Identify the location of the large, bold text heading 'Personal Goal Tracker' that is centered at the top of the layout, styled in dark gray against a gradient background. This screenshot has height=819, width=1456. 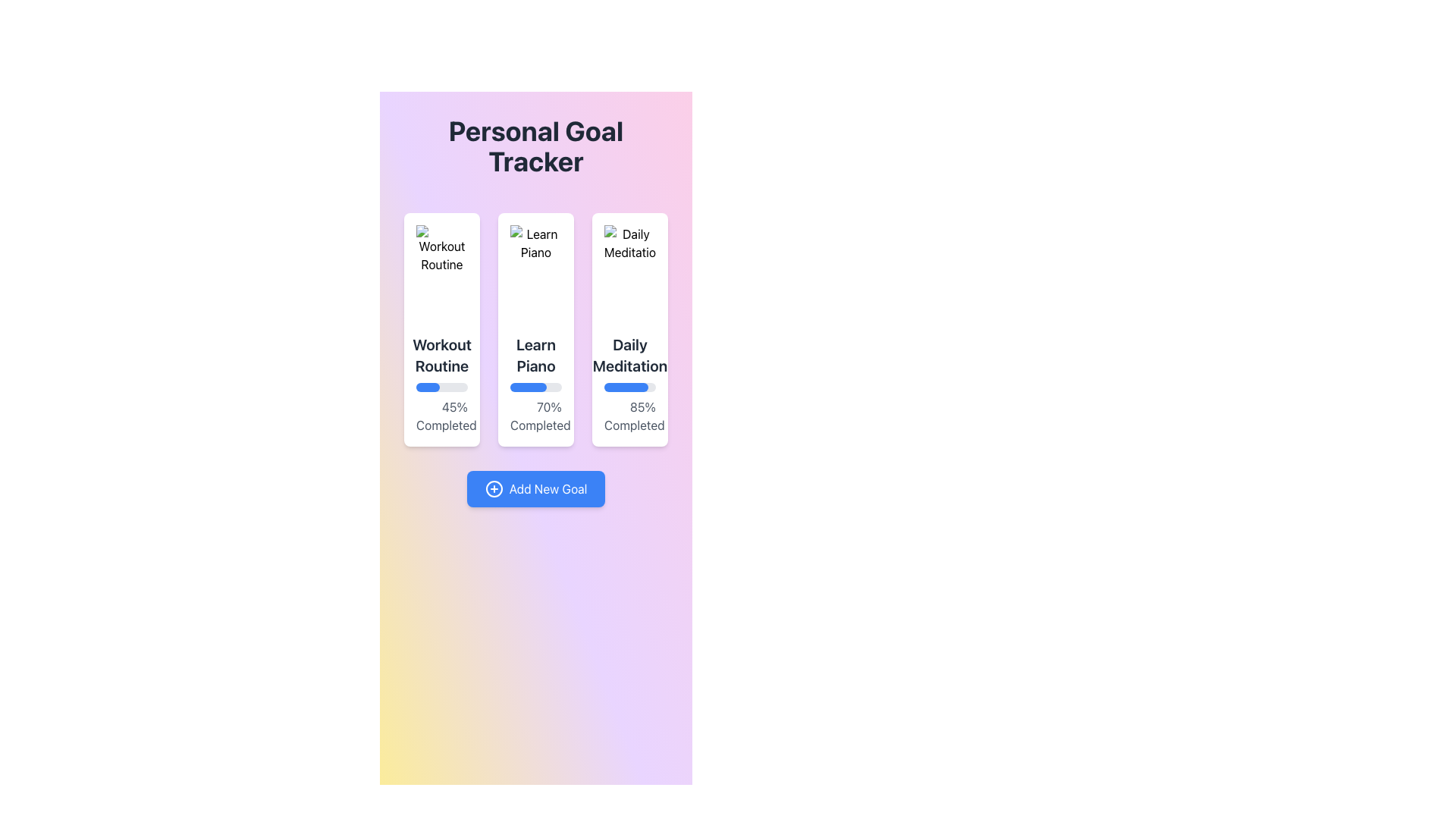
(535, 146).